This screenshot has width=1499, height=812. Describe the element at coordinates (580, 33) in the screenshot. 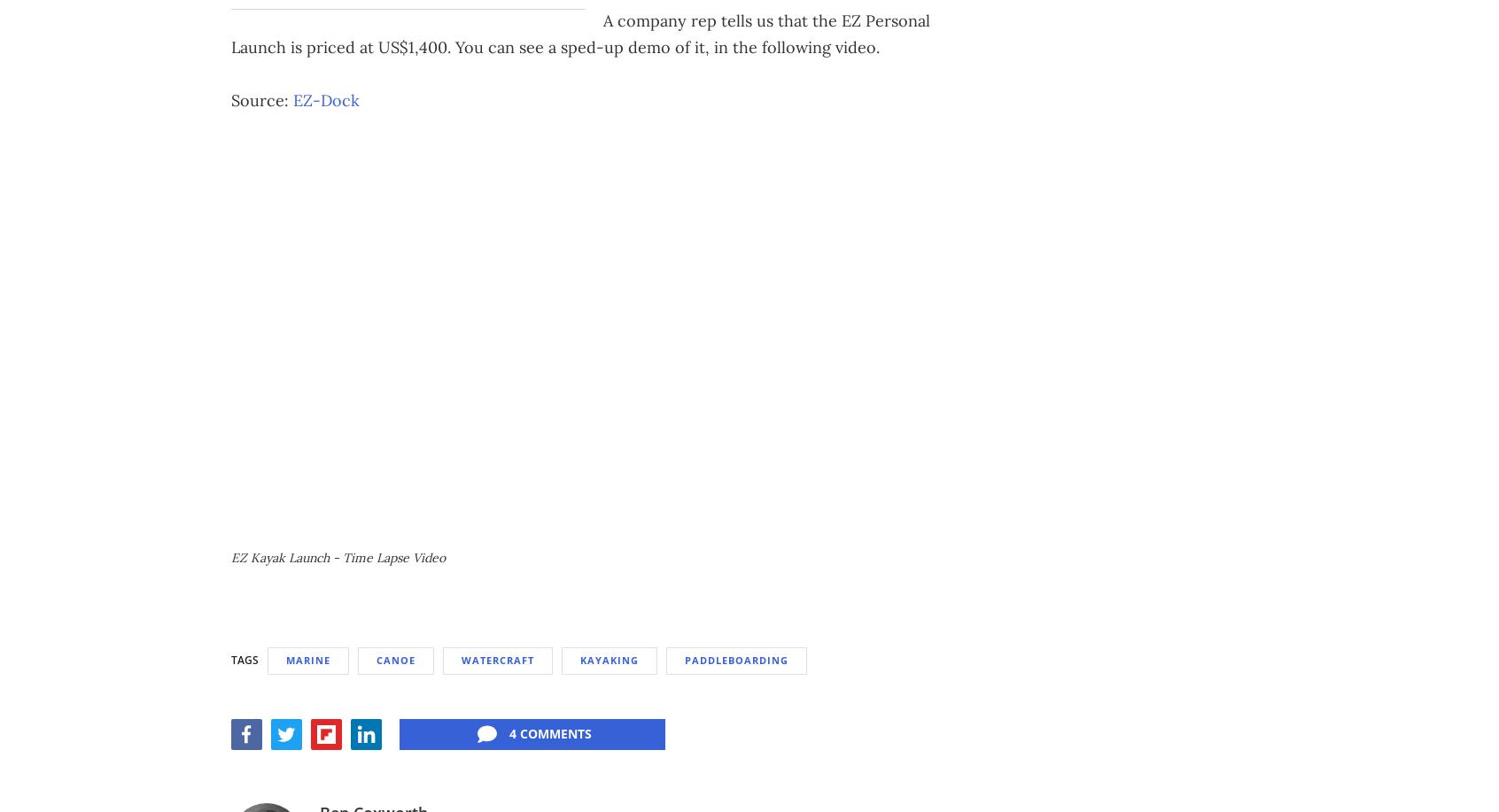

I see `'A company rep tells us that the EZ Personal Launch is priced at US$1,400. You can see a sped-up demo of it, in the following video.'` at that location.